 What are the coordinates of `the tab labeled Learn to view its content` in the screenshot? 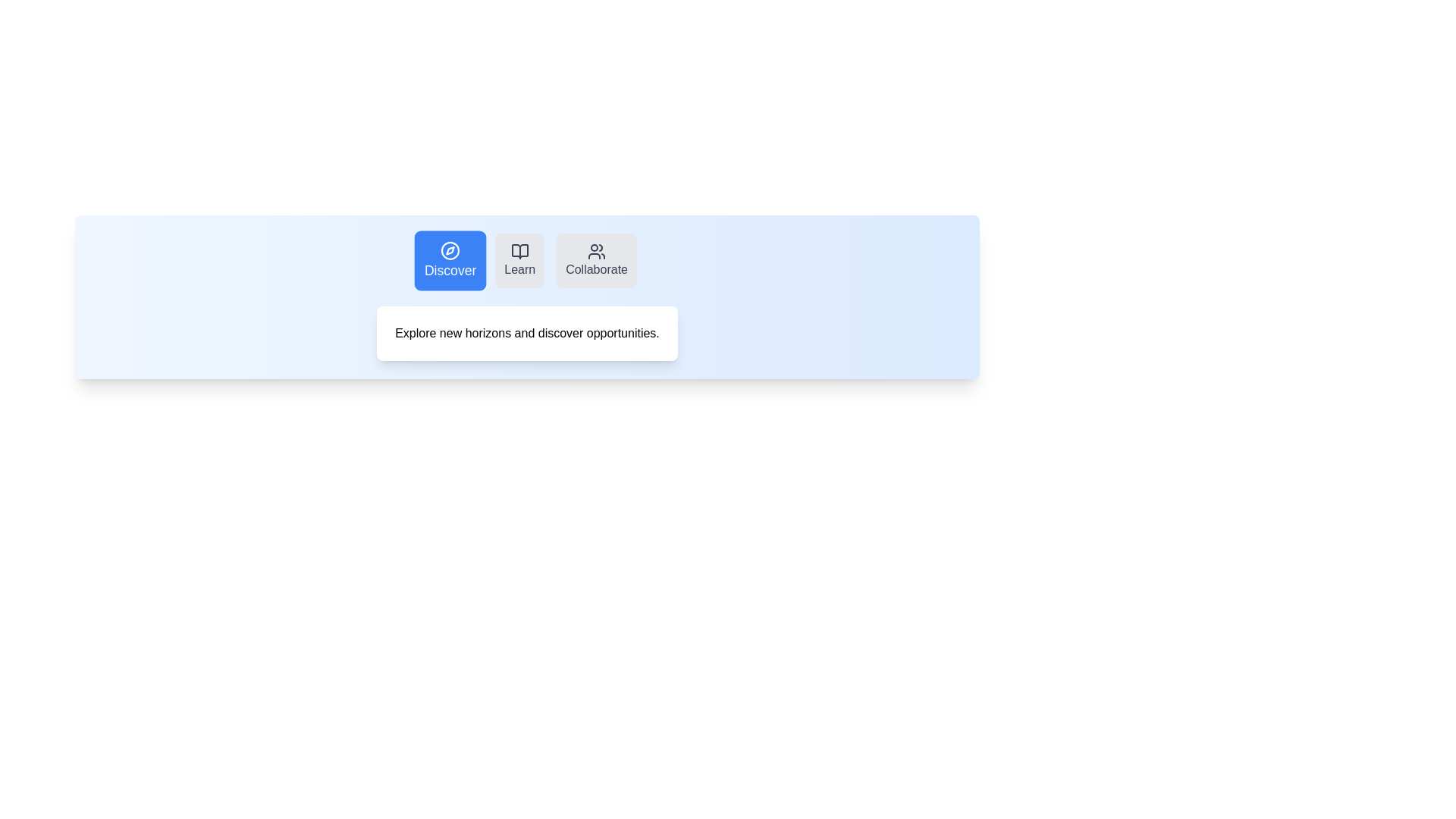 It's located at (519, 259).